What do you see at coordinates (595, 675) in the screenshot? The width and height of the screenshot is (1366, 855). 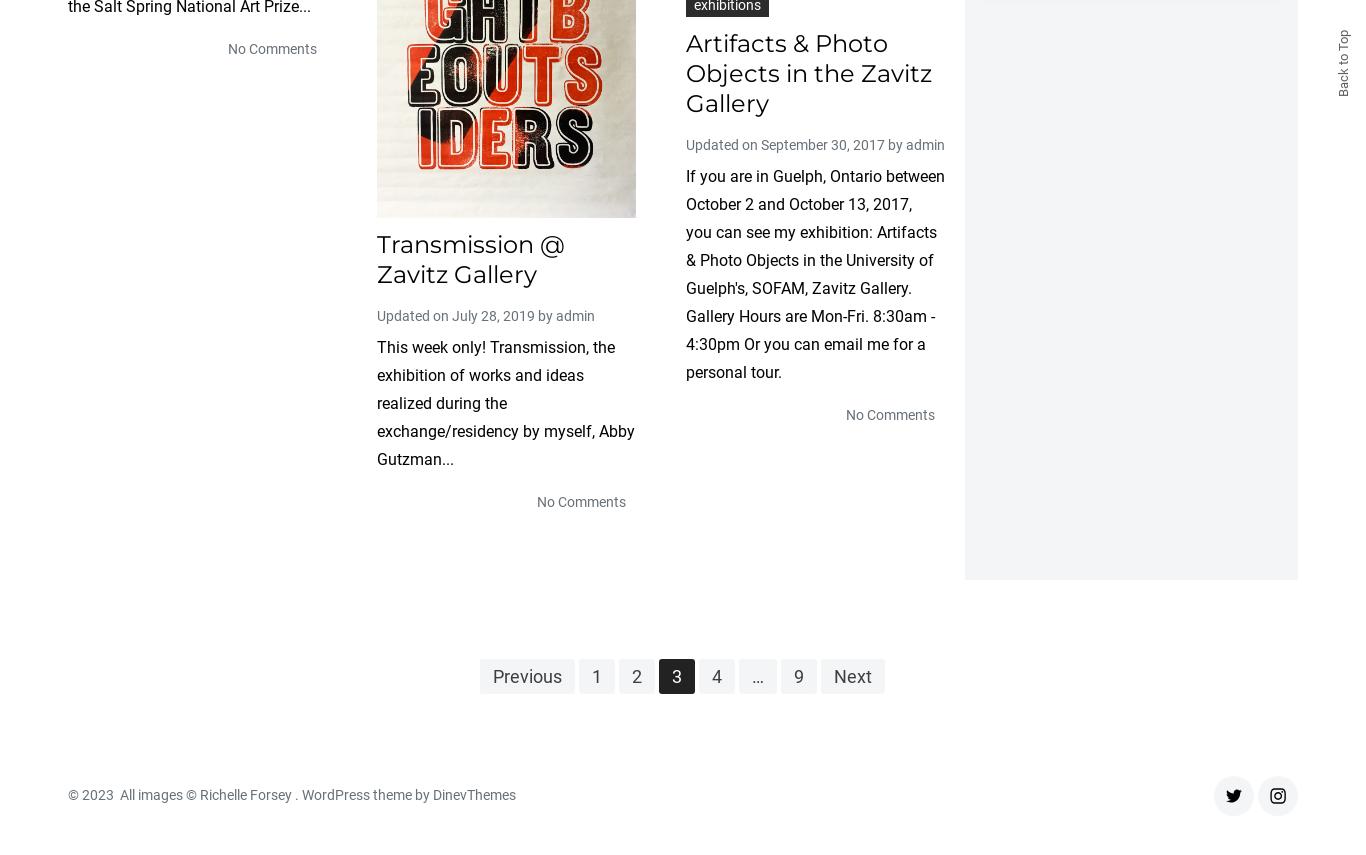 I see `'1'` at bounding box center [595, 675].